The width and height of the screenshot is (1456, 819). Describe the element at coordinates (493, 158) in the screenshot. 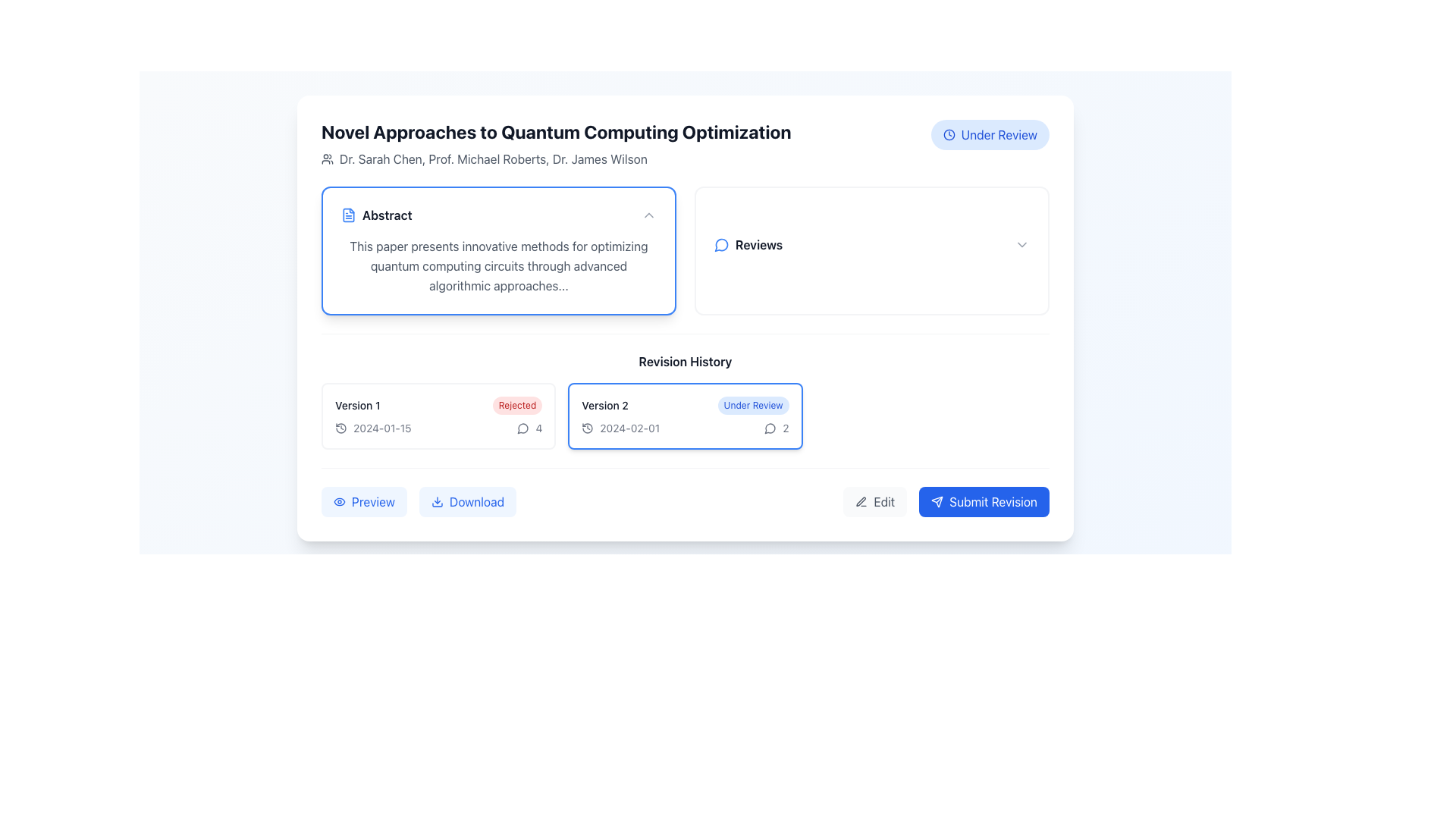

I see `text content of the Text label displaying the names of contributors or authors located below the page title 'Novel Approaches to Quantum Computing Optimization' in the top-left section of the interface` at that location.